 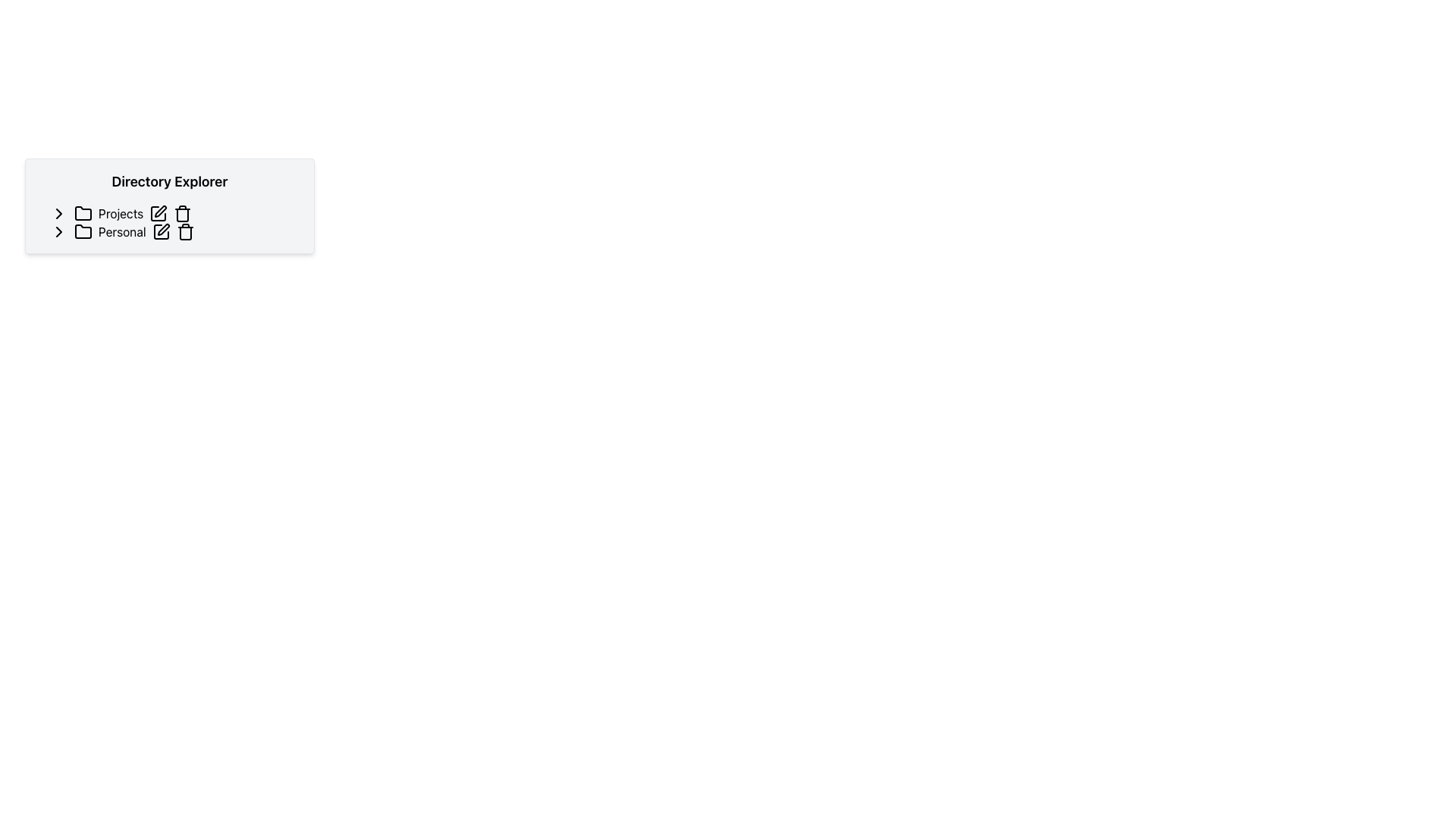 What do you see at coordinates (158, 213) in the screenshot?
I see `the square-shaped icon with rounded corners, located to the left of the pen-shaped icon in the Projects directory explorer UI` at bounding box center [158, 213].